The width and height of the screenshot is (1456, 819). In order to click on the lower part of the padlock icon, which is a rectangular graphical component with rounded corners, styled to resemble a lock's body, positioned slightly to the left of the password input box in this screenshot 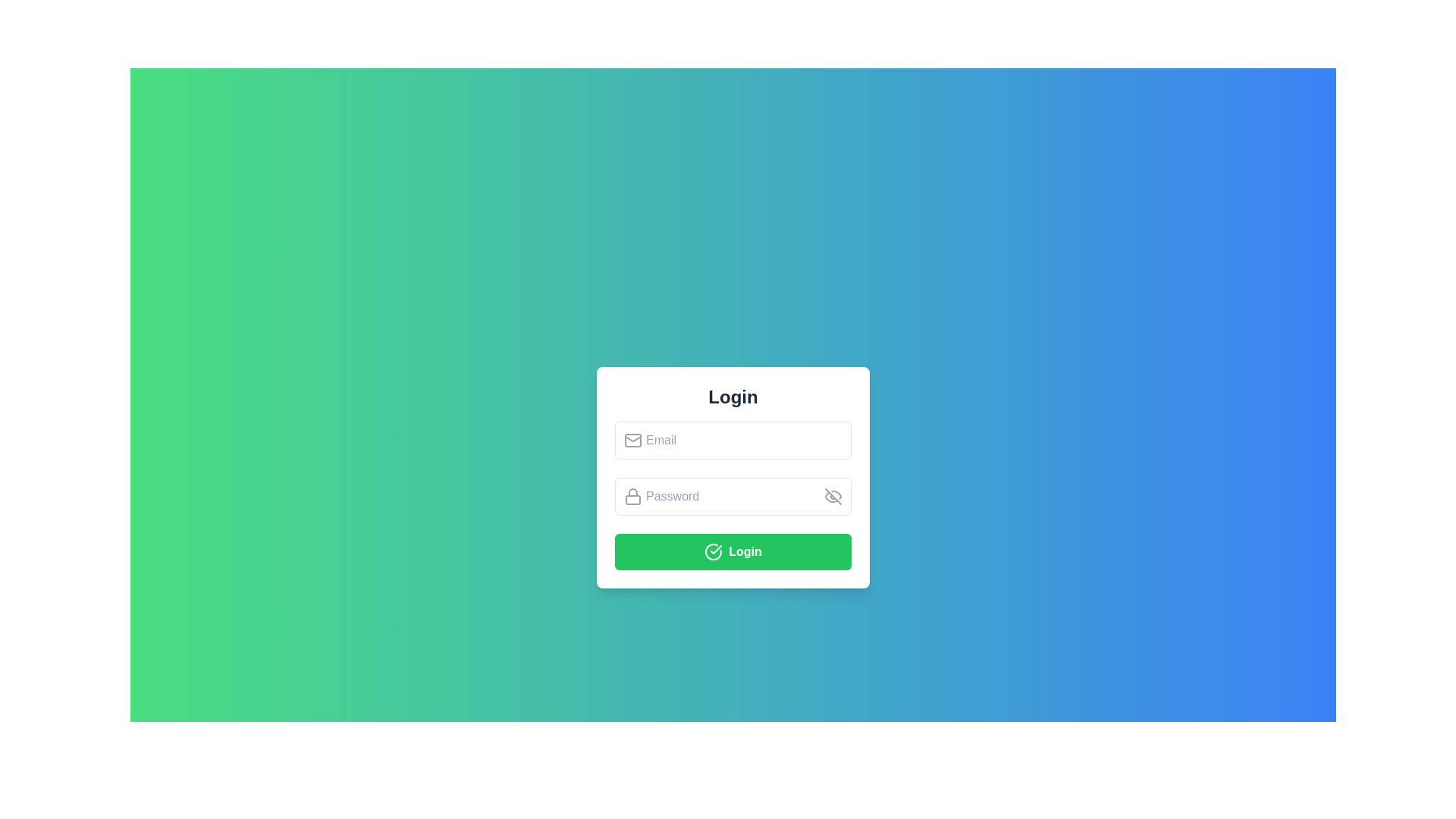, I will do `click(633, 500)`.